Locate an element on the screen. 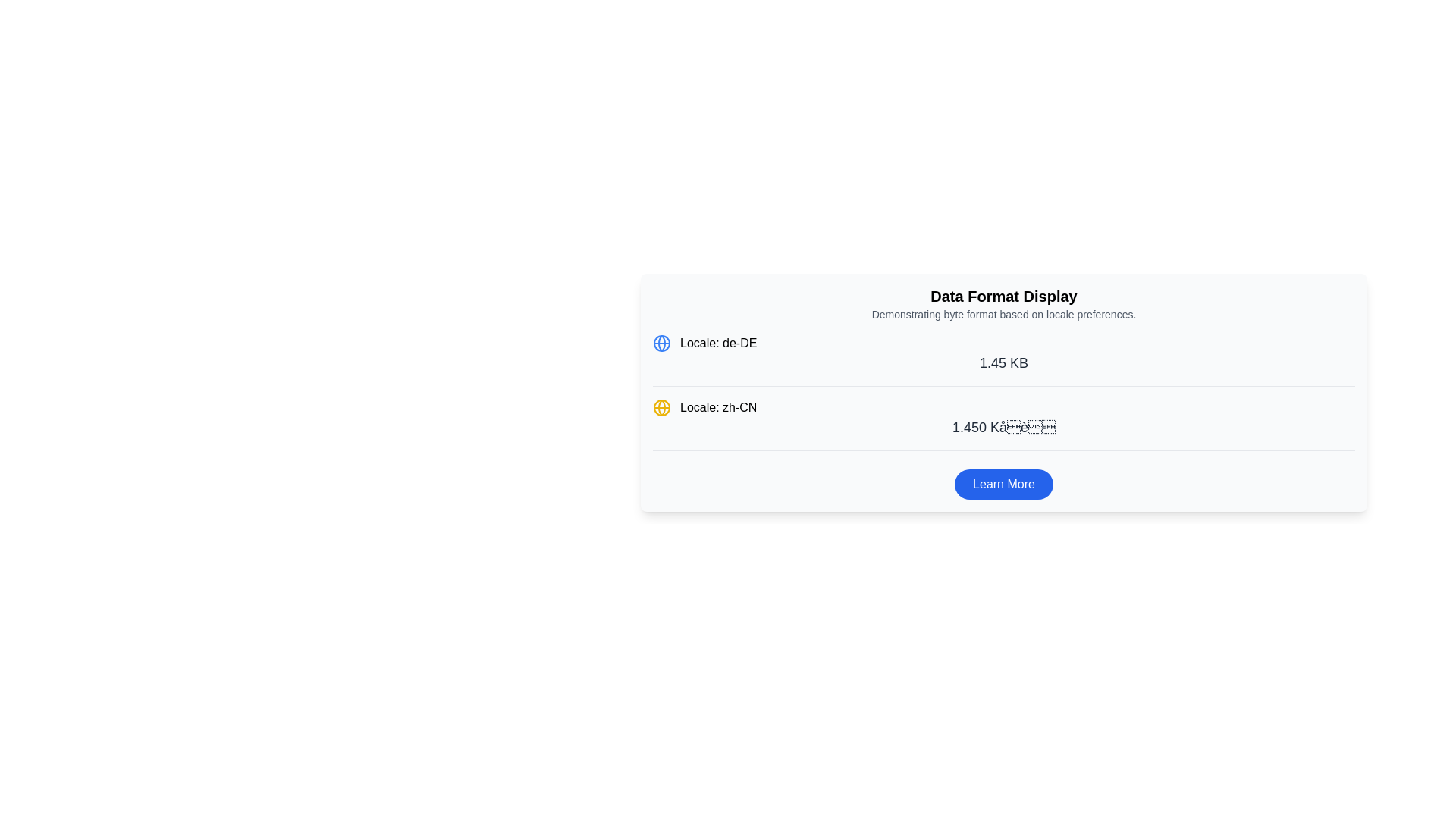  the static text label displaying 'Locale: de-DE', which is positioned next to a globe icon in the top right portion of the interface is located at coordinates (717, 343).